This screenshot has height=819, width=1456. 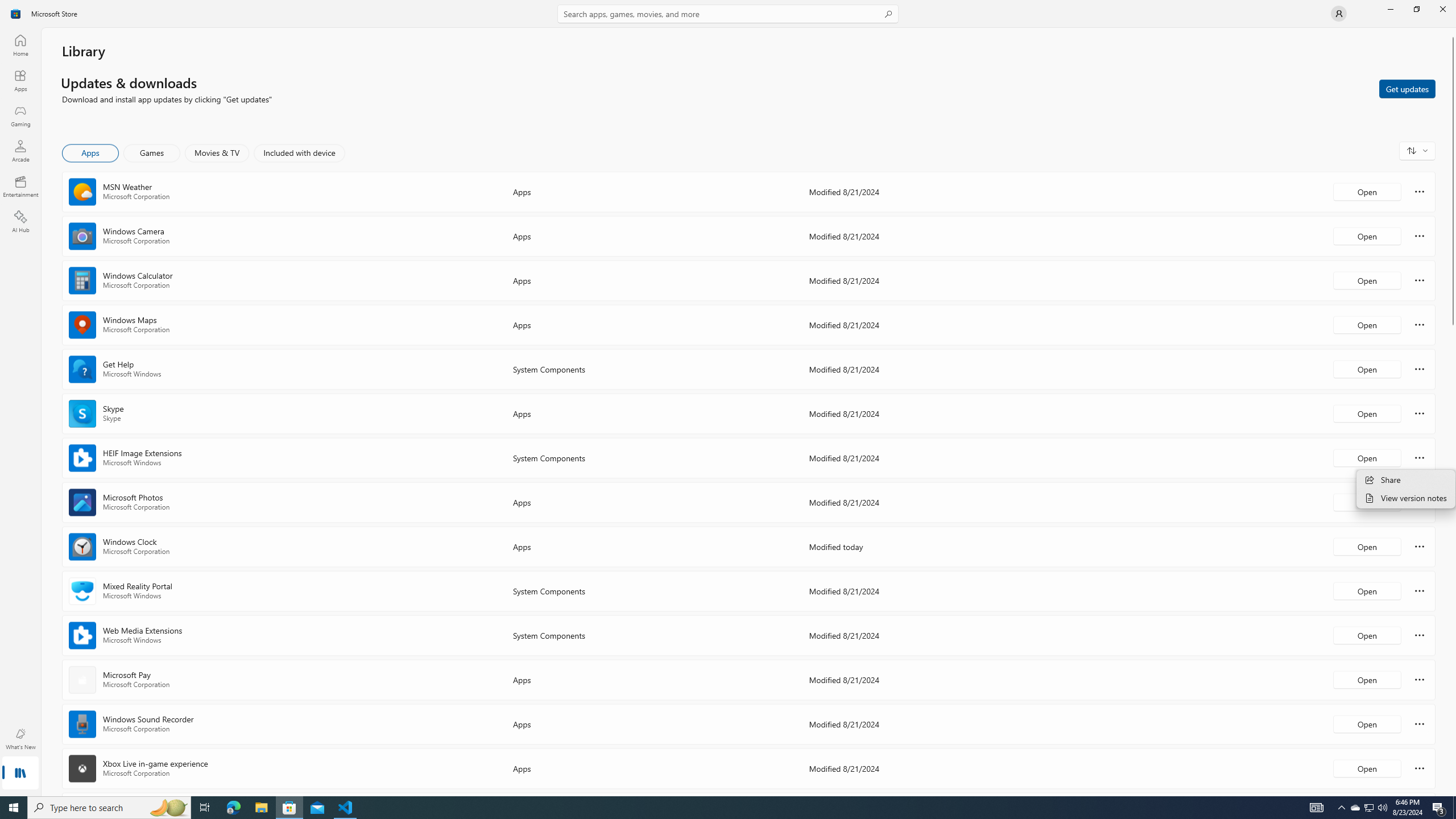 I want to click on 'More options', so click(x=1419, y=767).